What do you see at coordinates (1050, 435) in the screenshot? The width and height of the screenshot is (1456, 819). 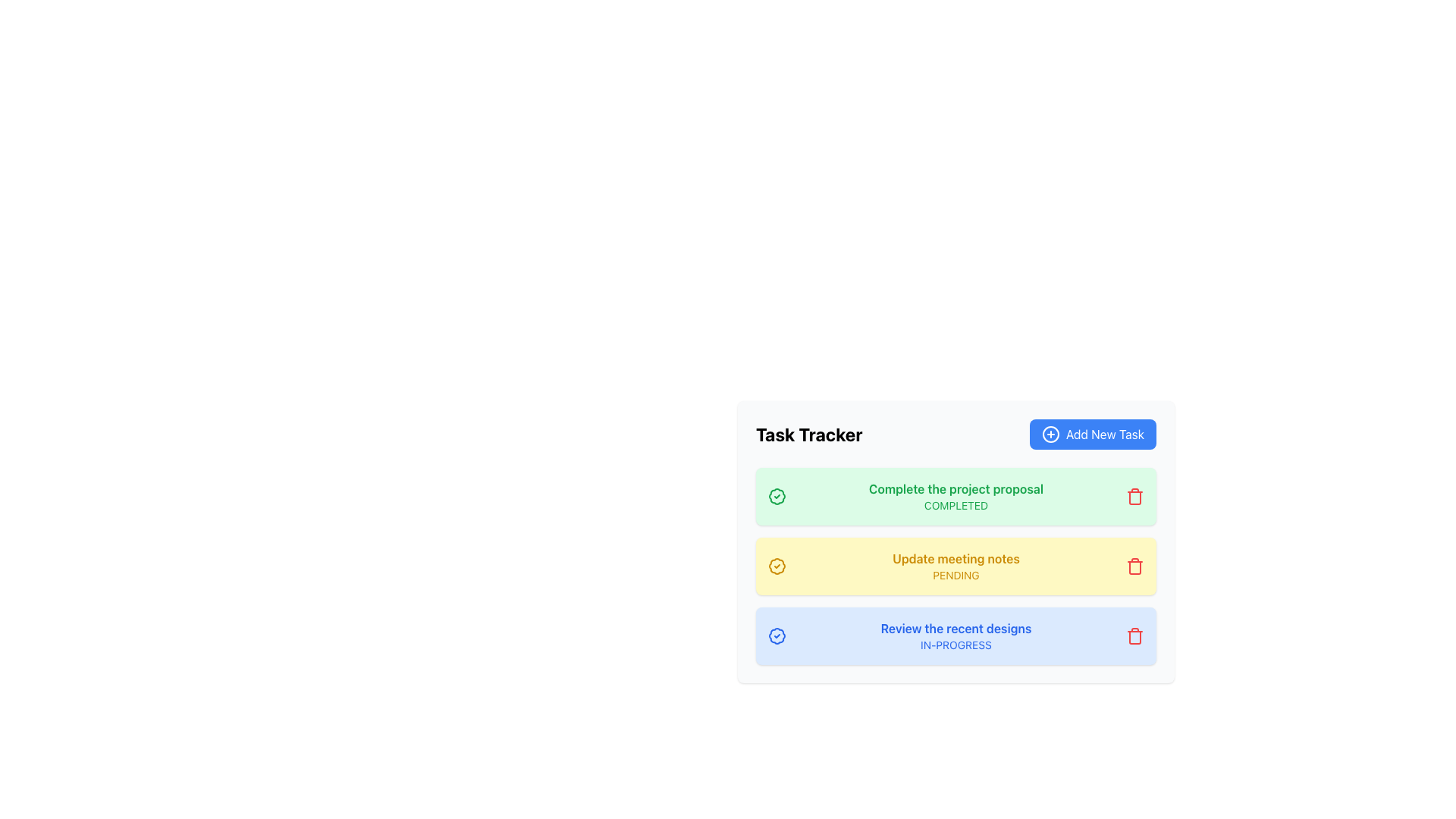 I see `the circular icon with a plus sign located on the left side of the 'Add New Task' button in the top-right corner of the task tracker section` at bounding box center [1050, 435].